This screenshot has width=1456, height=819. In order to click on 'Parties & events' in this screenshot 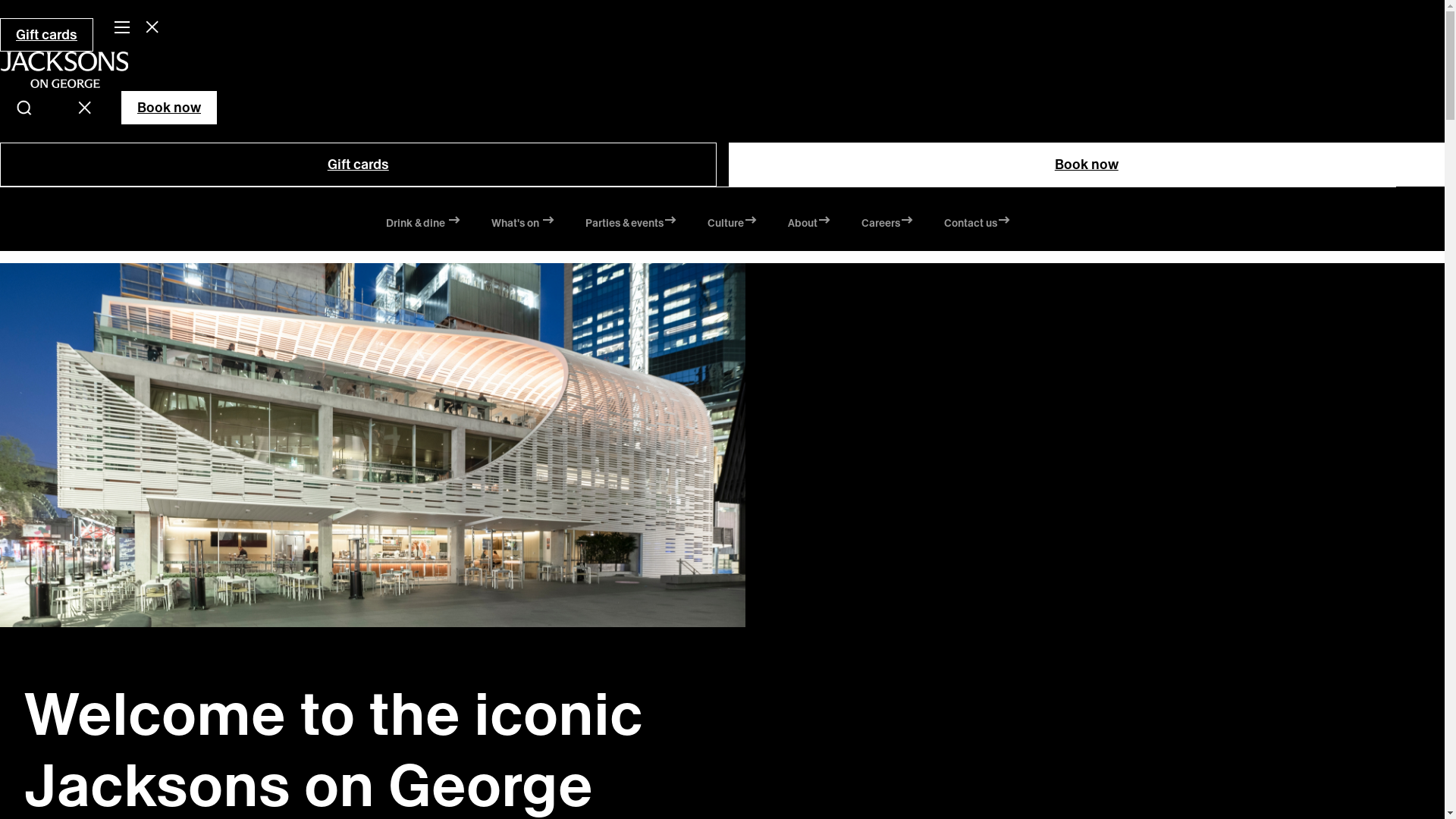, I will do `click(631, 225)`.